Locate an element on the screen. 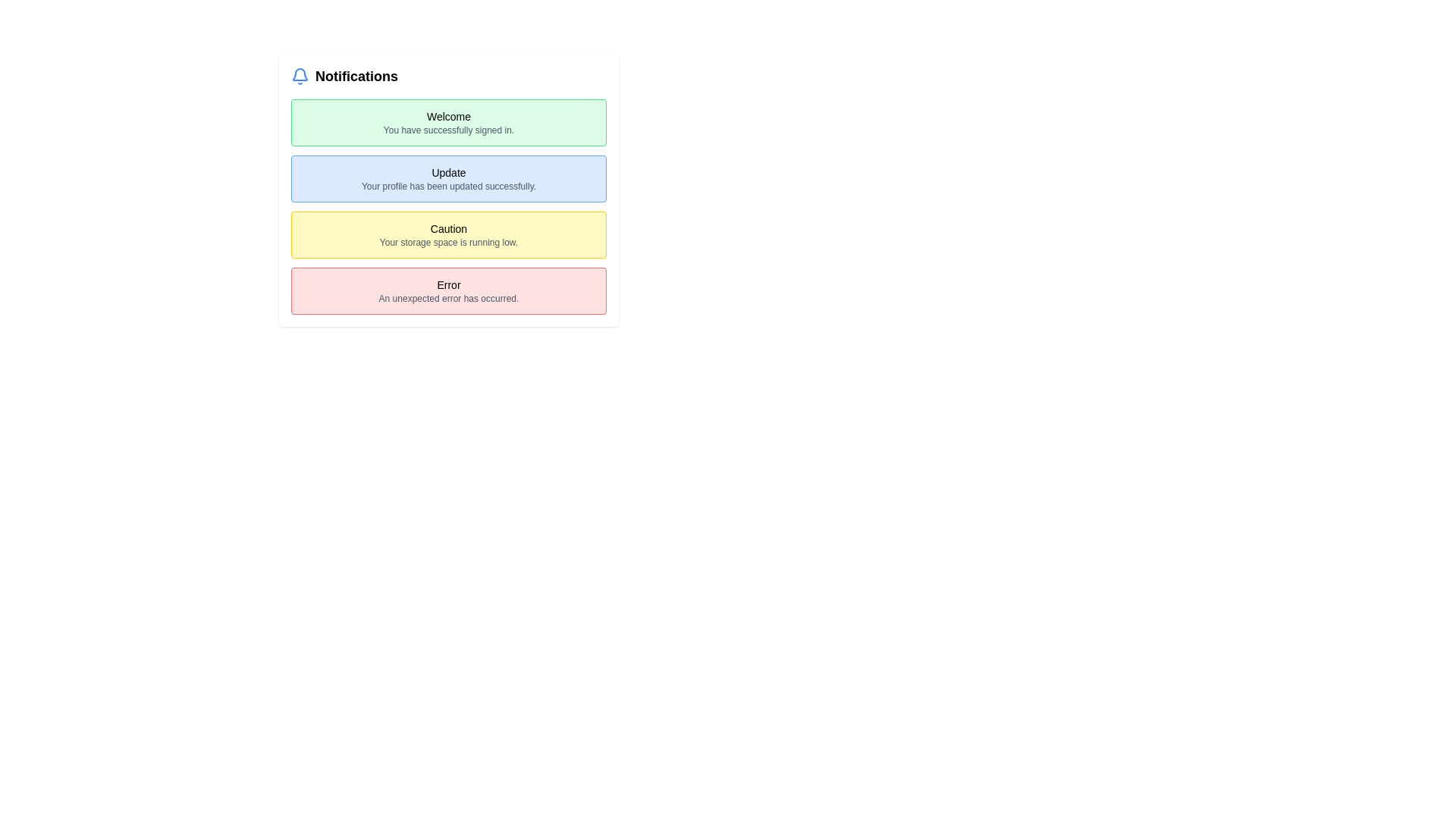 Image resolution: width=1456 pixels, height=819 pixels. the third informational notification card that indicates low storage space, positioned in the center of the page is located at coordinates (447, 234).